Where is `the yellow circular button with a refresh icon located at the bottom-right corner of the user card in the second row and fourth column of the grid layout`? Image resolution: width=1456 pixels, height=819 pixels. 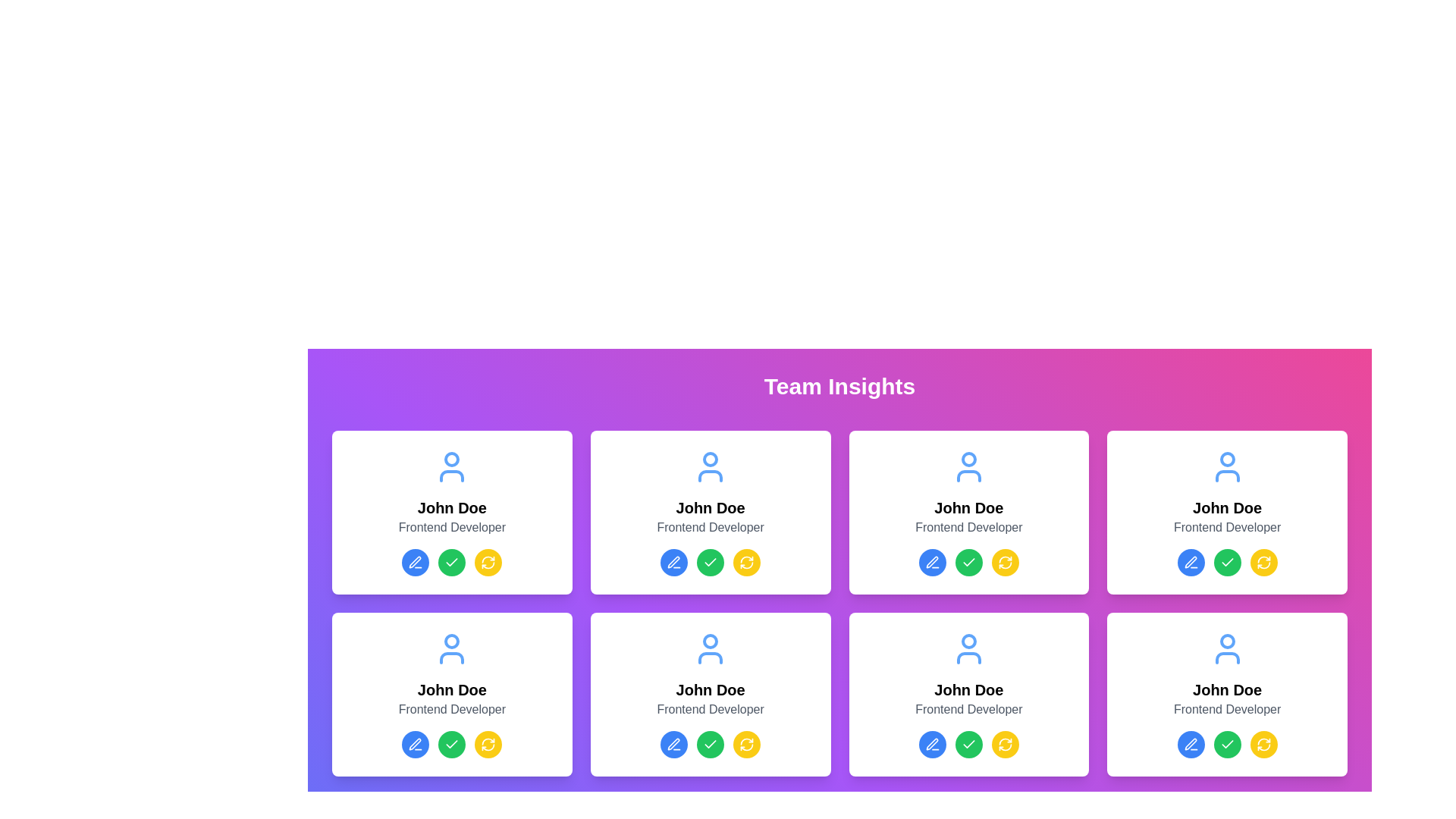
the yellow circular button with a refresh icon located at the bottom-right corner of the user card in the second row and fourth column of the grid layout is located at coordinates (1005, 562).